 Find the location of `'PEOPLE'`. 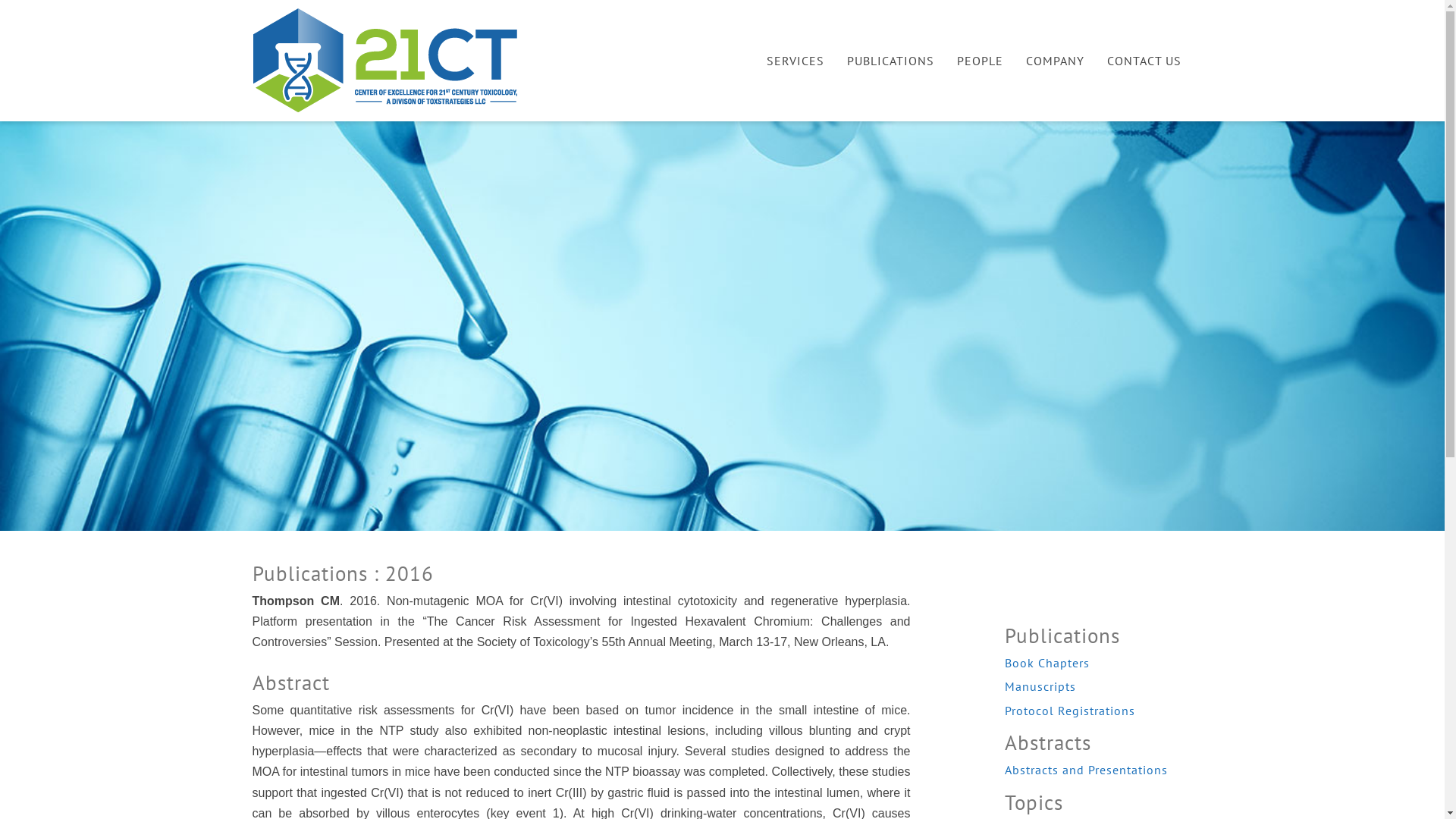

'PEOPLE' is located at coordinates (979, 60).